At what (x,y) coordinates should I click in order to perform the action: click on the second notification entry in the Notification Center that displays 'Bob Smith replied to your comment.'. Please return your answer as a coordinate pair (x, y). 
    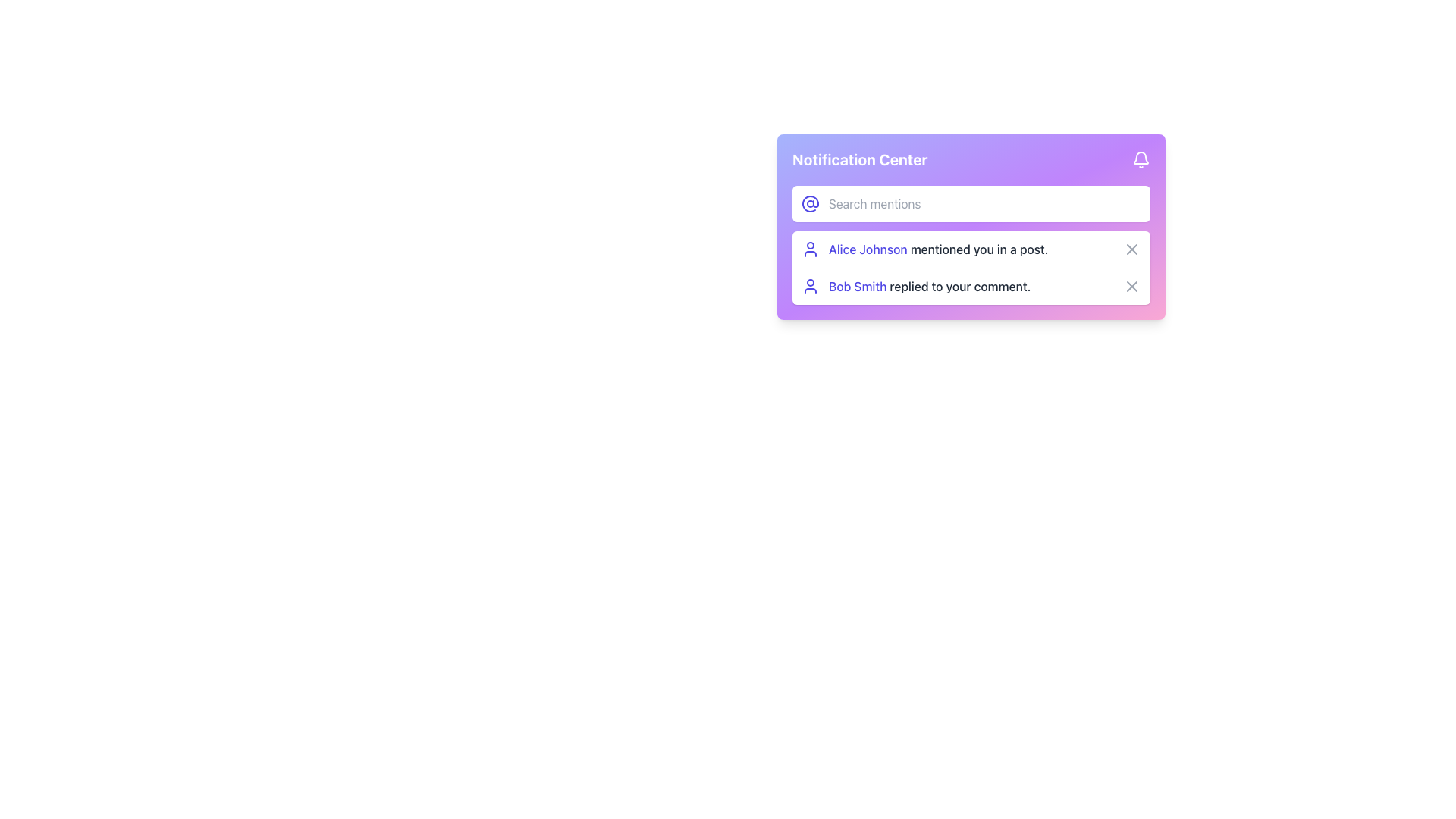
    Looking at the image, I should click on (971, 286).